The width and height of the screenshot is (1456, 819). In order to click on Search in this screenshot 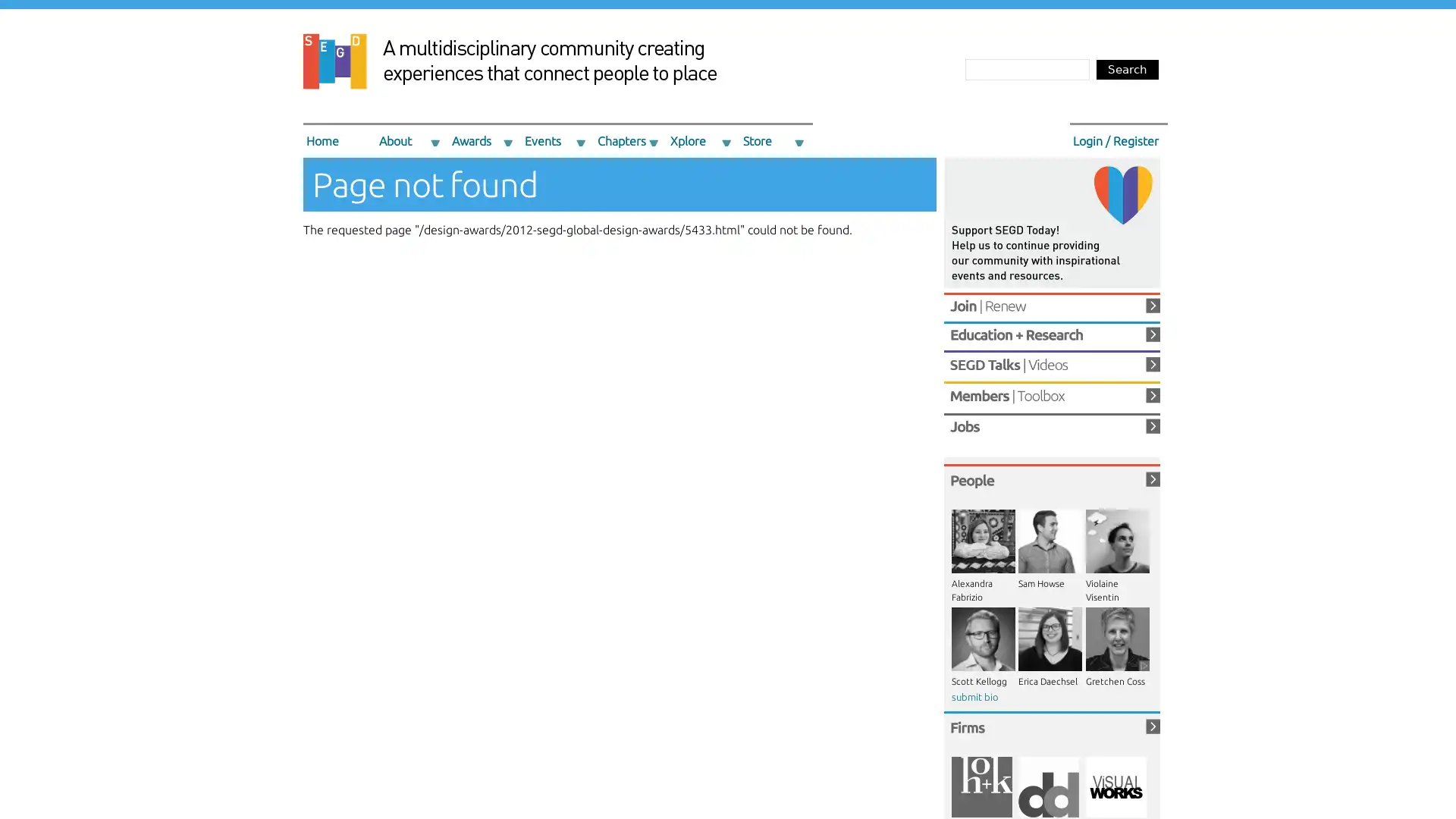, I will do `click(1128, 70)`.